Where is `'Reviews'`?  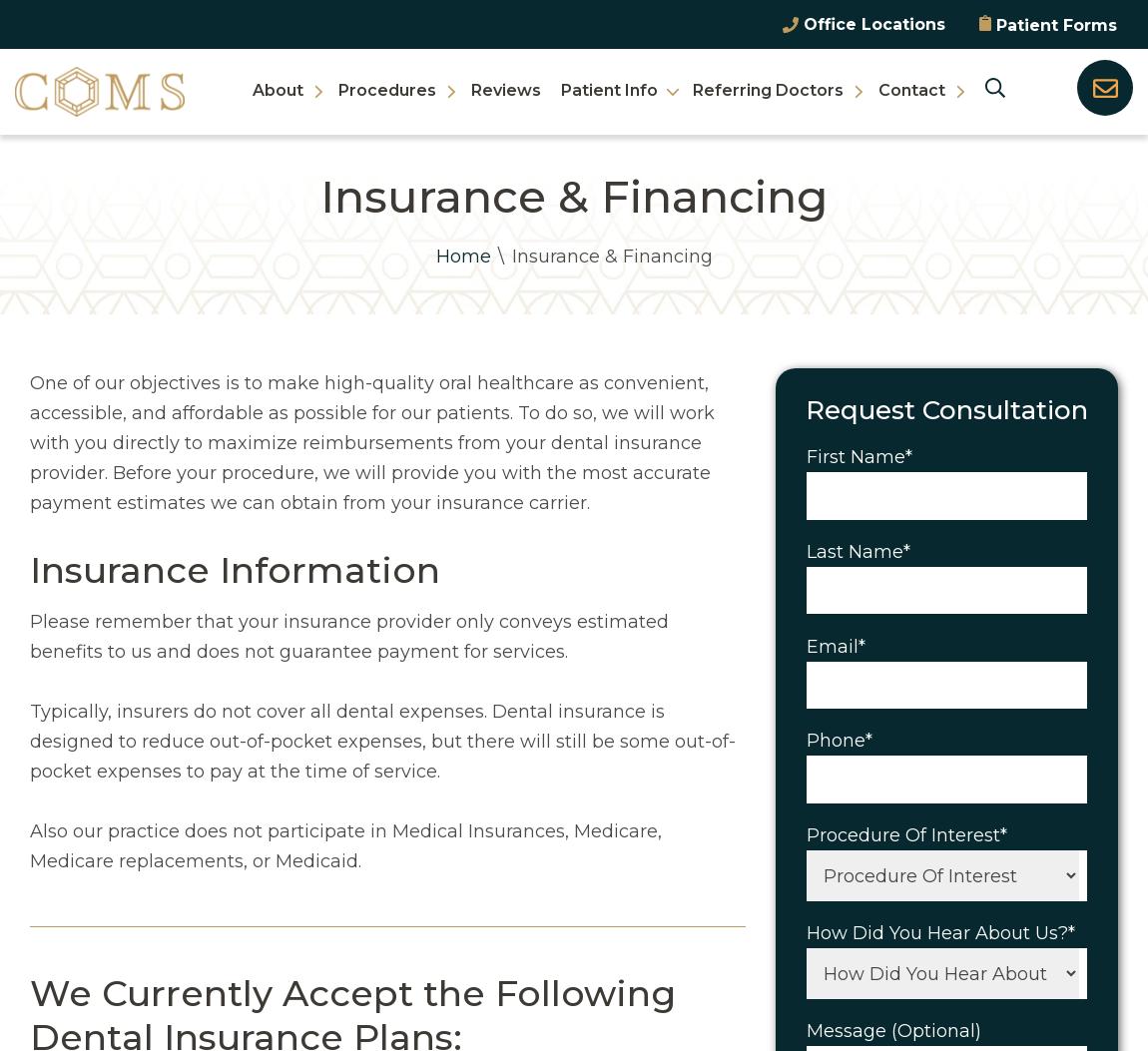
'Reviews' is located at coordinates (505, 88).